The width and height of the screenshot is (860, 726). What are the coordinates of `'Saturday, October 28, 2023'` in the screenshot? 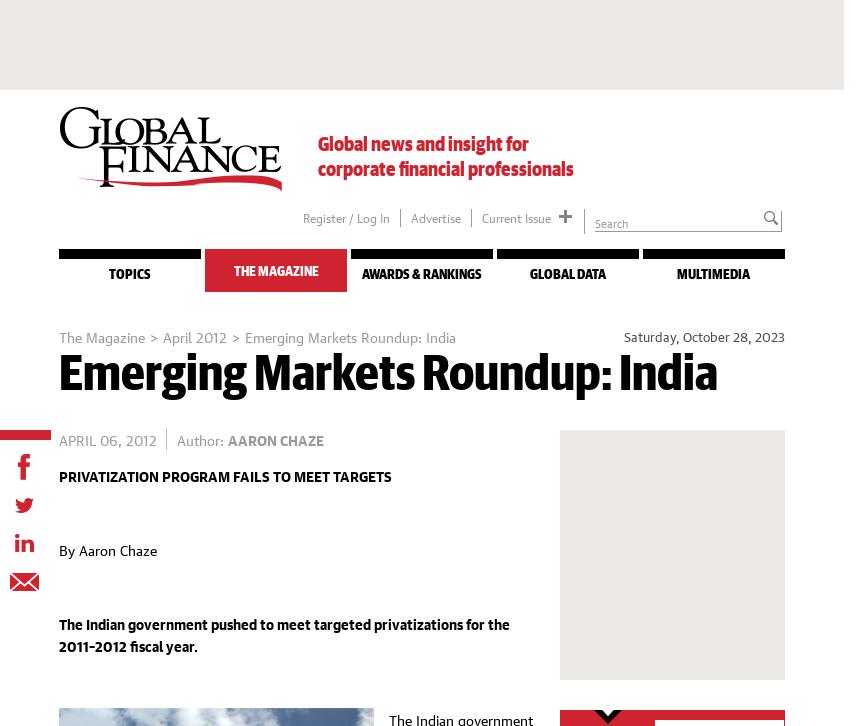 It's located at (702, 334).